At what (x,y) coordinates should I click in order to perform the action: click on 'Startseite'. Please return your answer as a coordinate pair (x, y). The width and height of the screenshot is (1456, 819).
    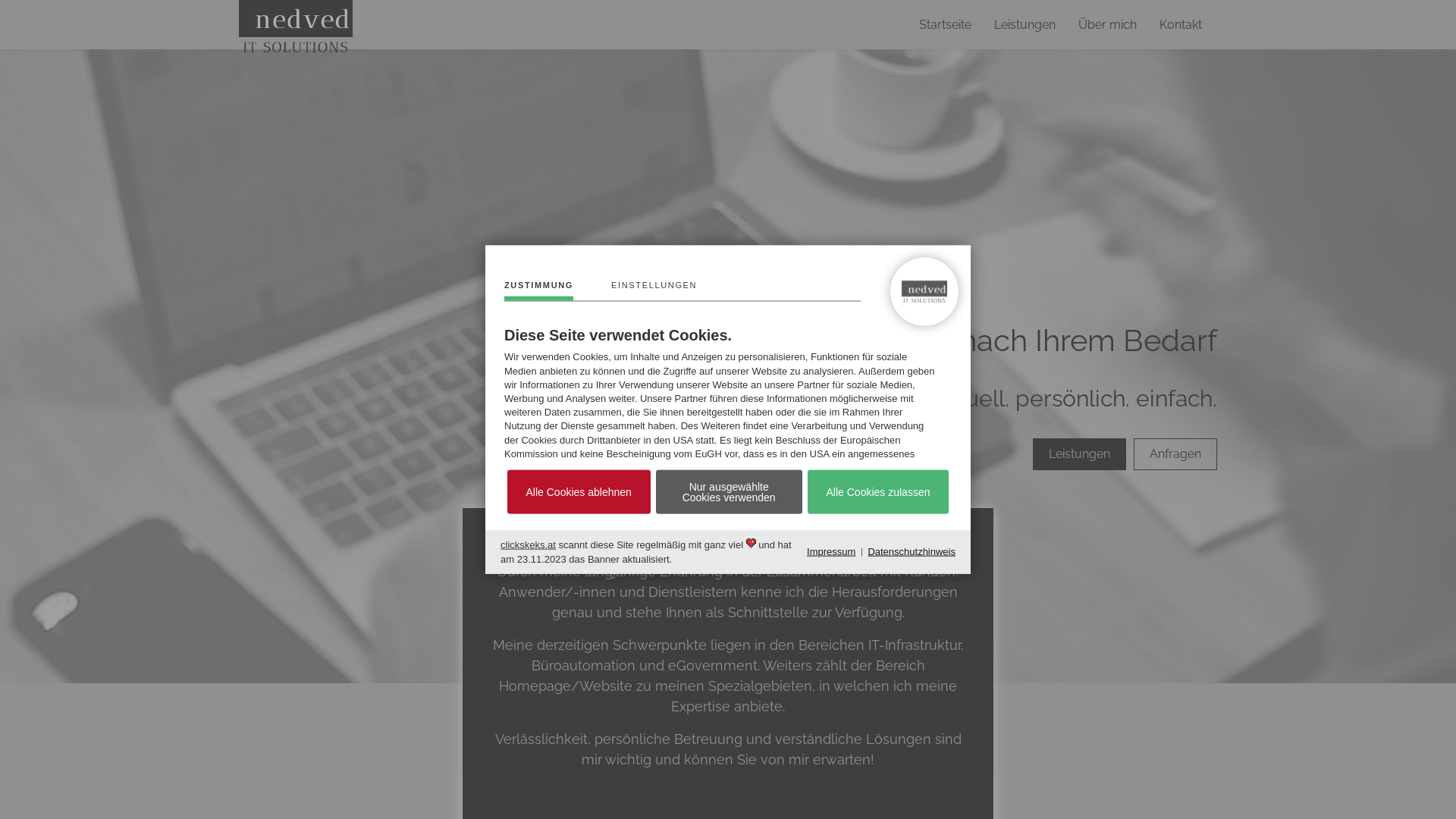
    Looking at the image, I should click on (944, 24).